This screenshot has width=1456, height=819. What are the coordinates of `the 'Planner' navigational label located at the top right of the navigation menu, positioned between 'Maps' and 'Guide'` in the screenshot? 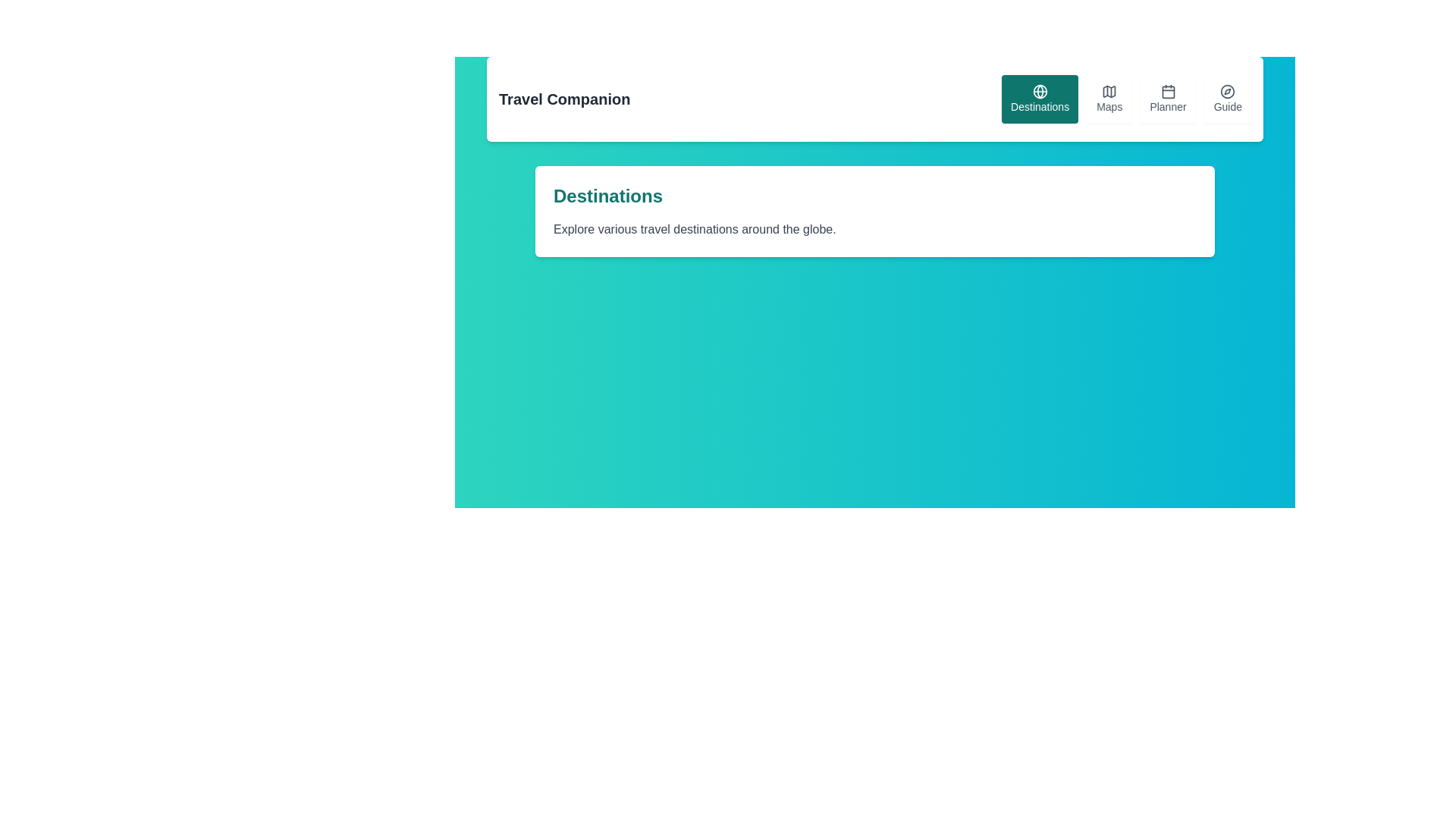 It's located at (1167, 106).